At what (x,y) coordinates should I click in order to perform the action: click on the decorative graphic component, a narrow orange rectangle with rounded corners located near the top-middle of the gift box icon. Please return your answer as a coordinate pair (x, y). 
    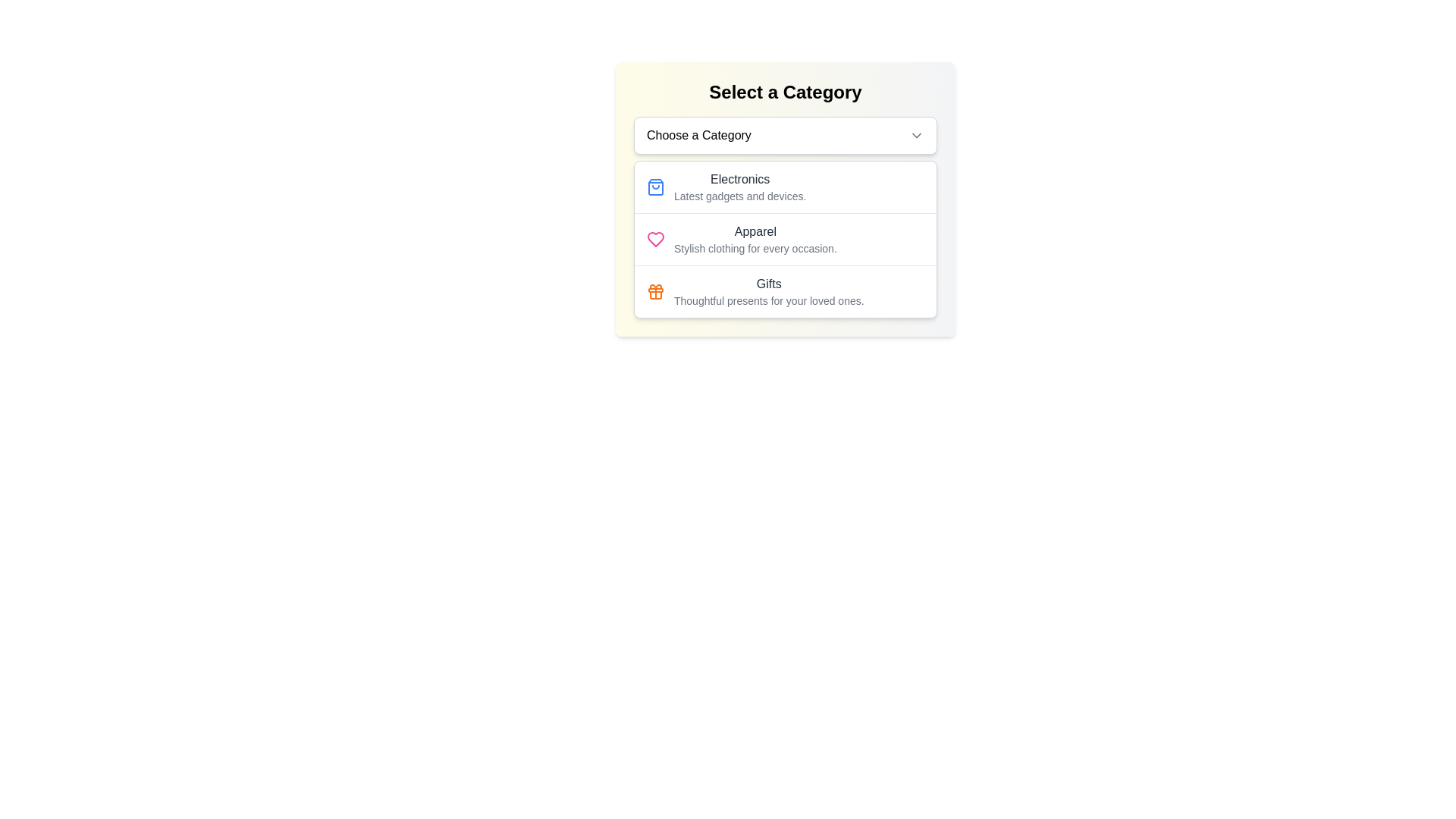
    Looking at the image, I should click on (655, 290).